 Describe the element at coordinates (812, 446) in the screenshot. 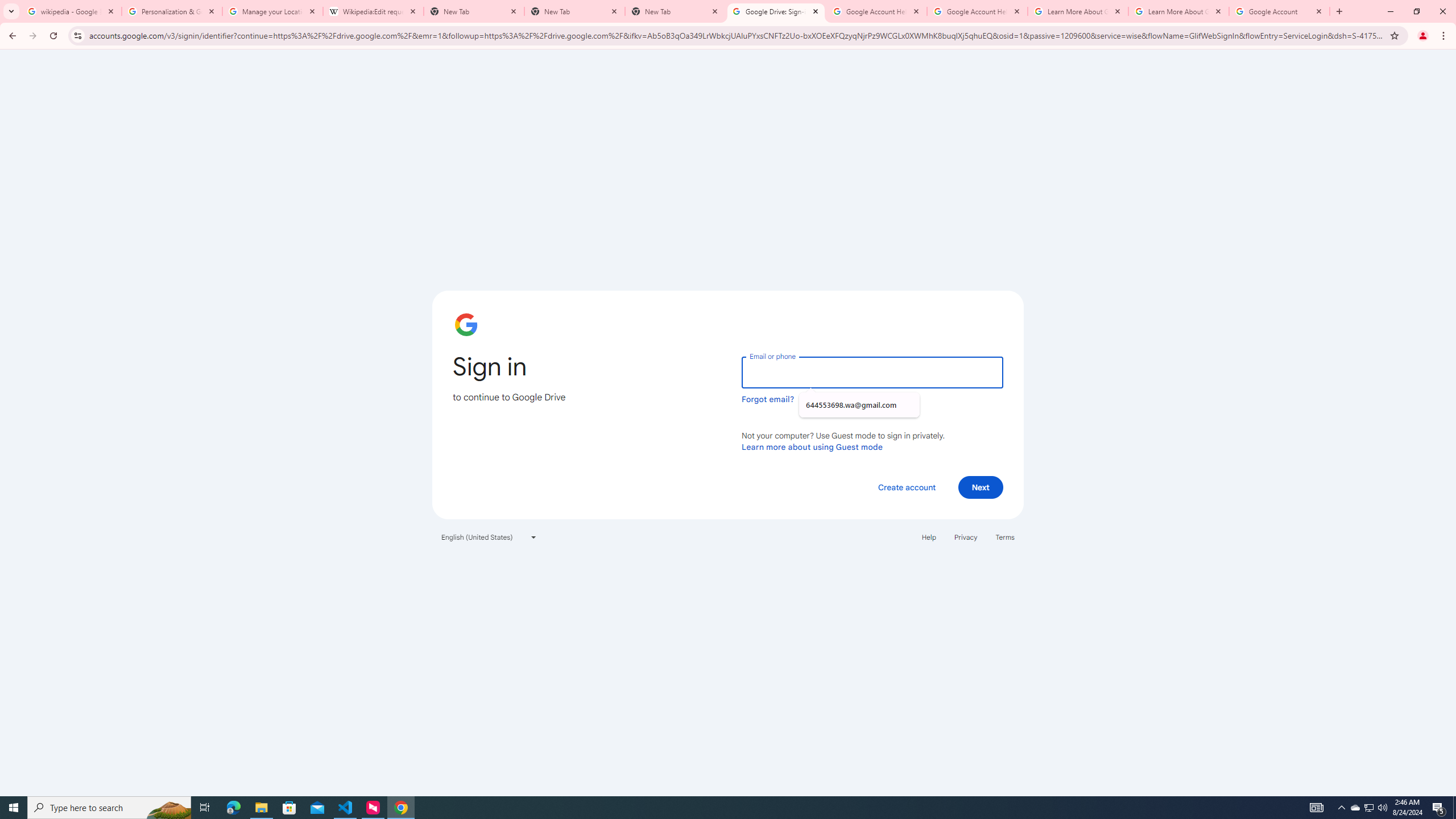

I see `'Learn more about using Guest mode'` at that location.